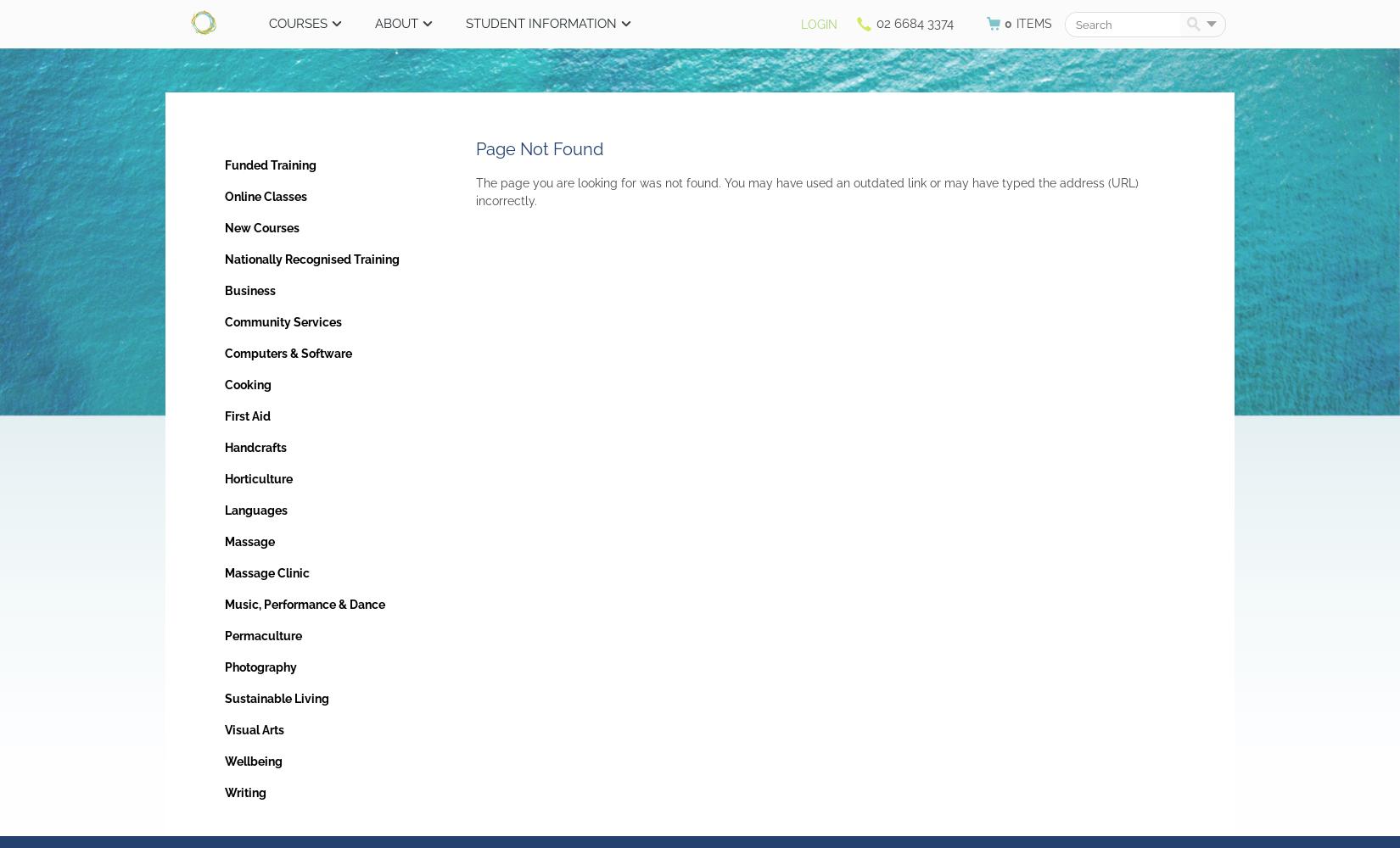  What do you see at coordinates (255, 448) in the screenshot?
I see `'Handcrafts'` at bounding box center [255, 448].